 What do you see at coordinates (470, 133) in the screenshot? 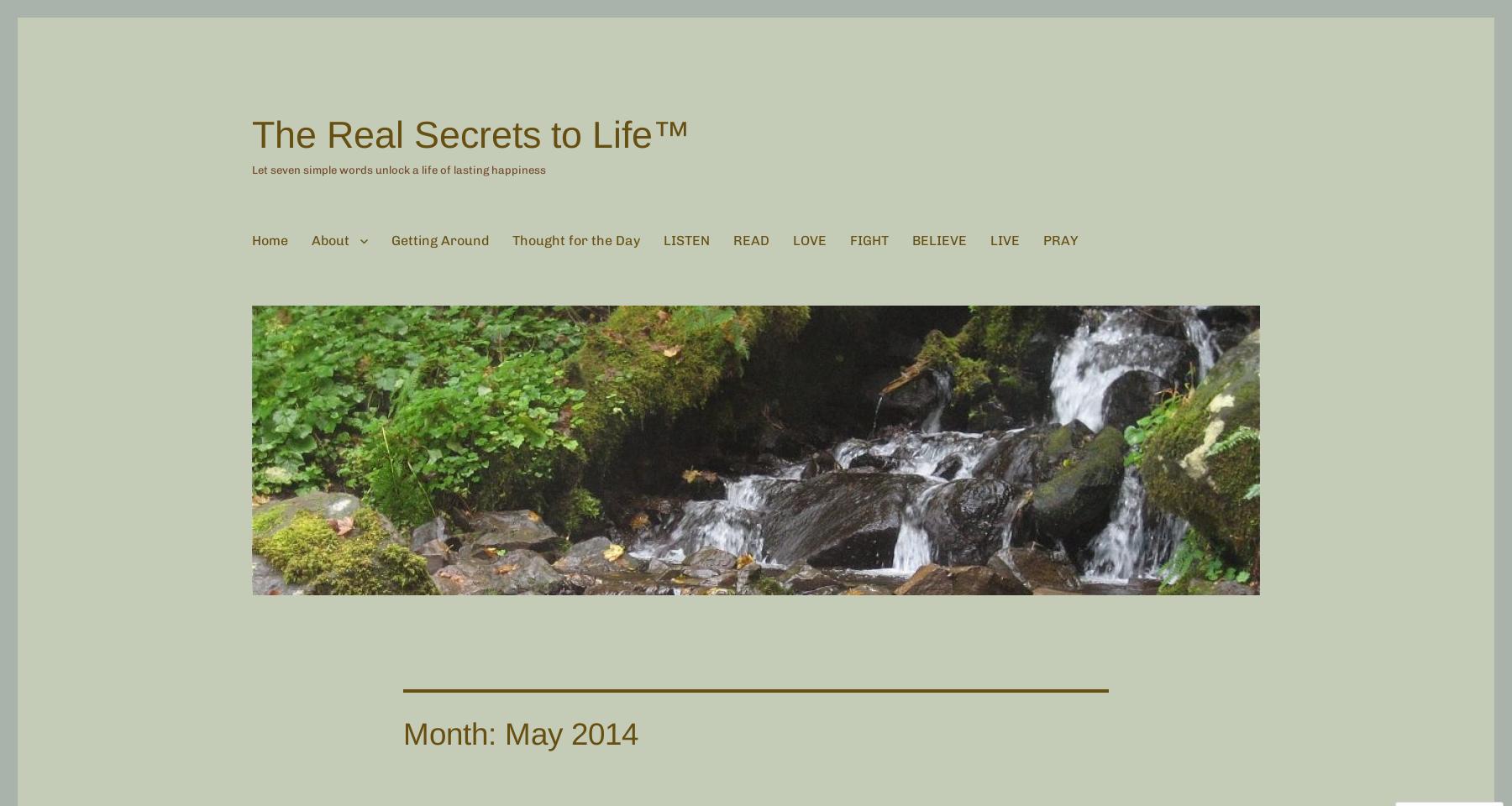
I see `'The Real Secrets to Life™'` at bounding box center [470, 133].